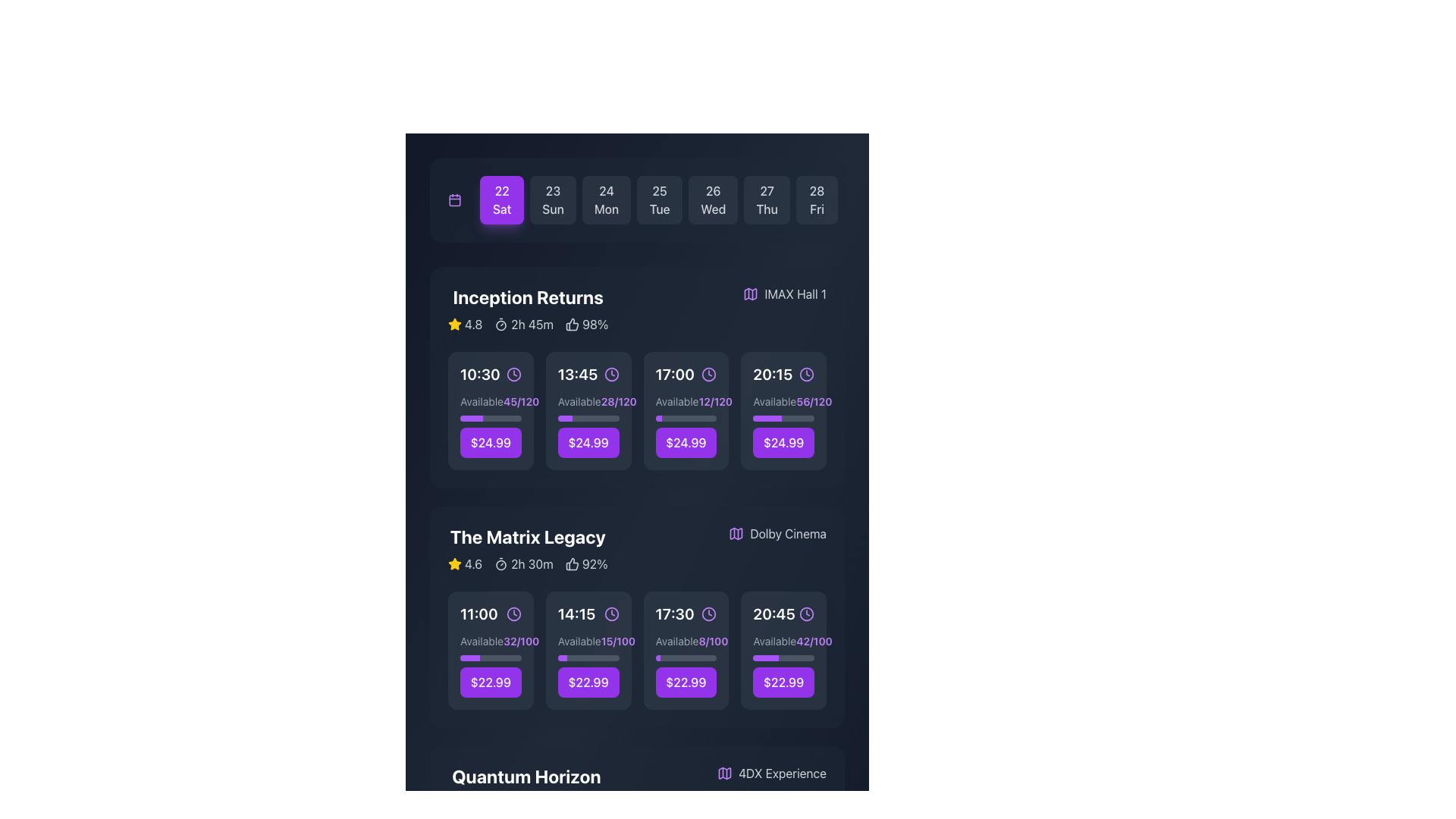  What do you see at coordinates (806, 614) in the screenshot?
I see `the circular outline icon of the clock, which is located in the lower section of the page adjacent to the time '20:45' for 'The Matrix Legacy'` at bounding box center [806, 614].